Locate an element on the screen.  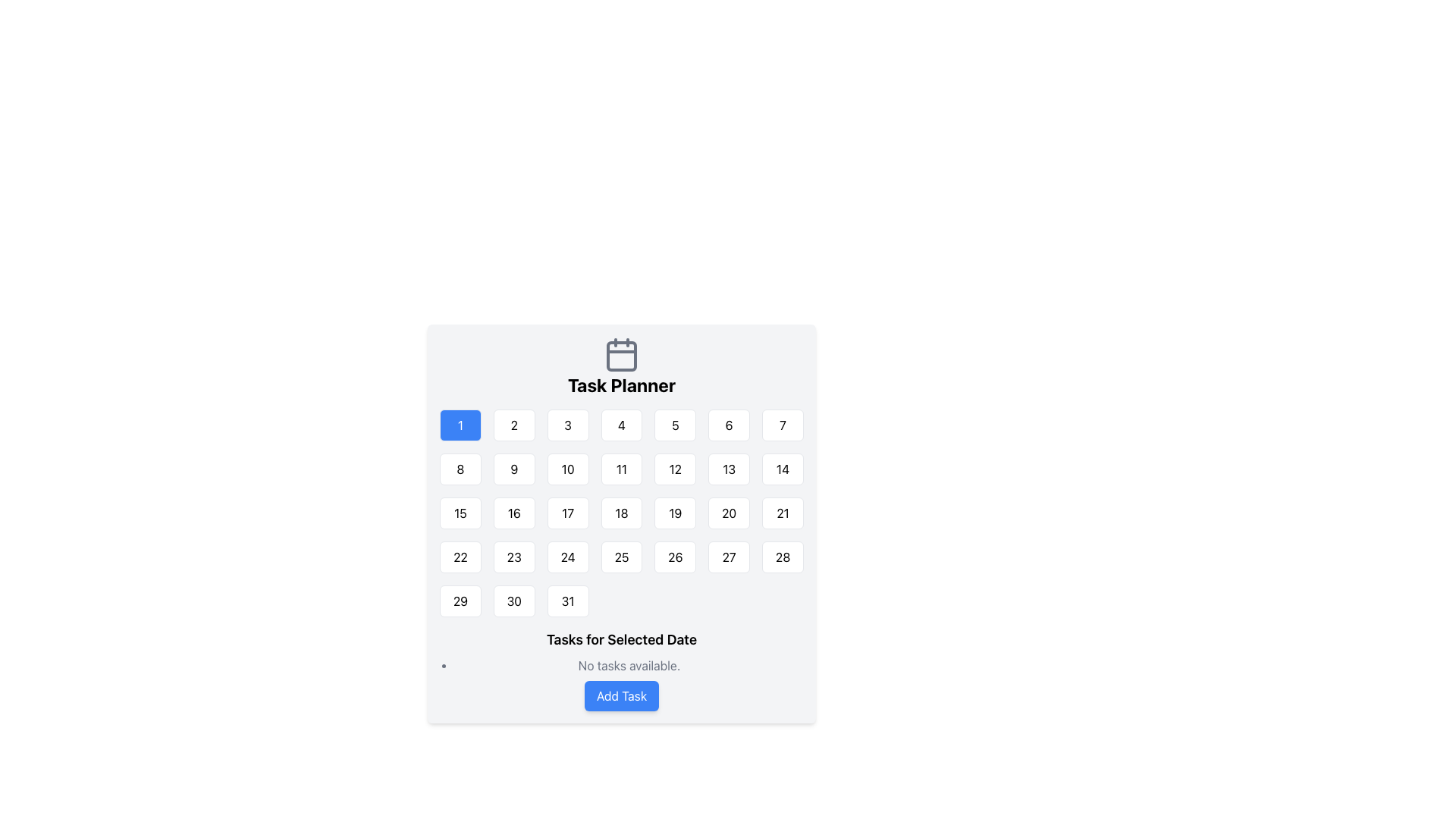
the button displaying '10' in the calendar interface is located at coordinates (567, 468).